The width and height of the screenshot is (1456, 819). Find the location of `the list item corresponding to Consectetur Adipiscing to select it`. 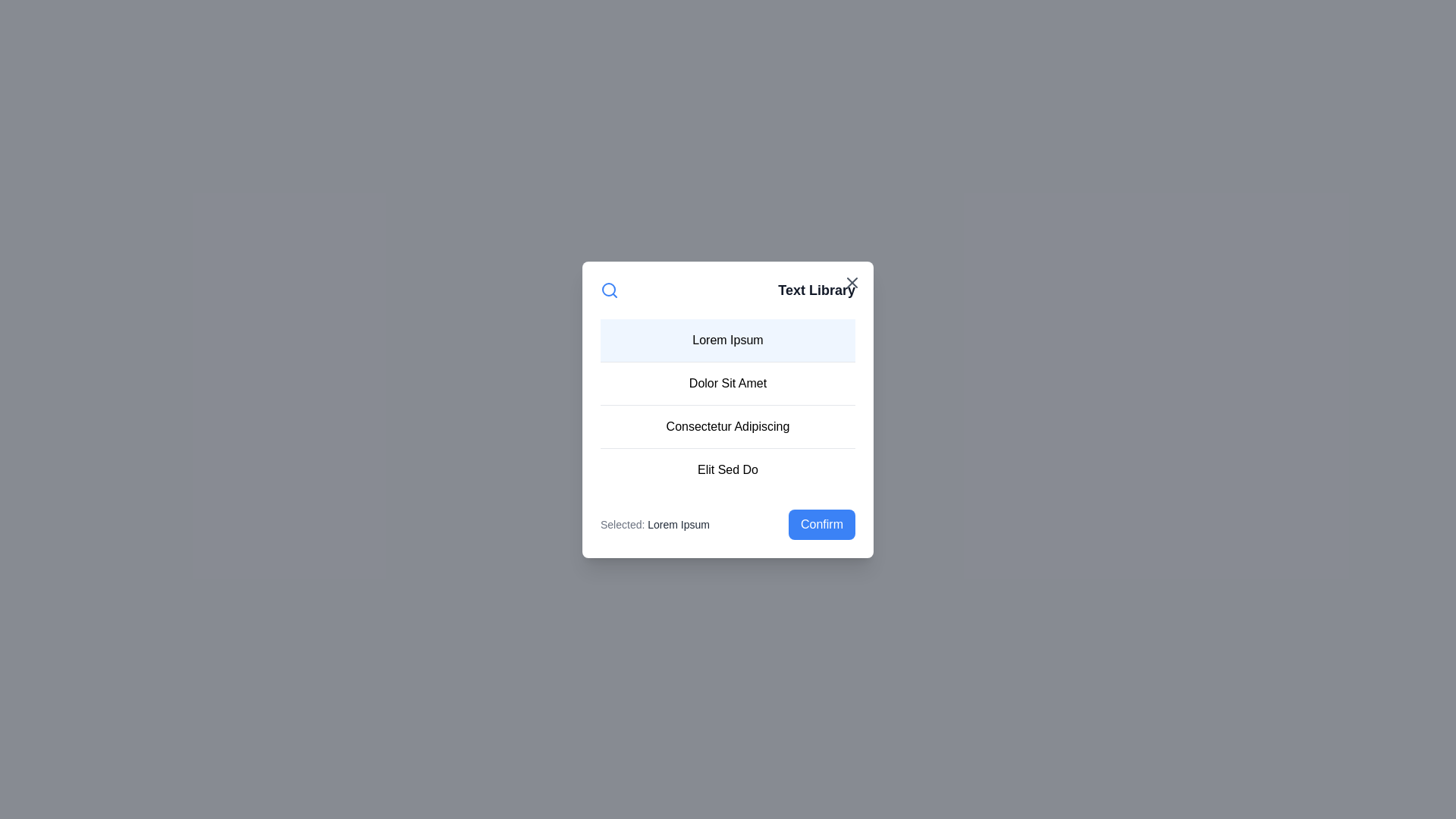

the list item corresponding to Consectetur Adipiscing to select it is located at coordinates (728, 426).